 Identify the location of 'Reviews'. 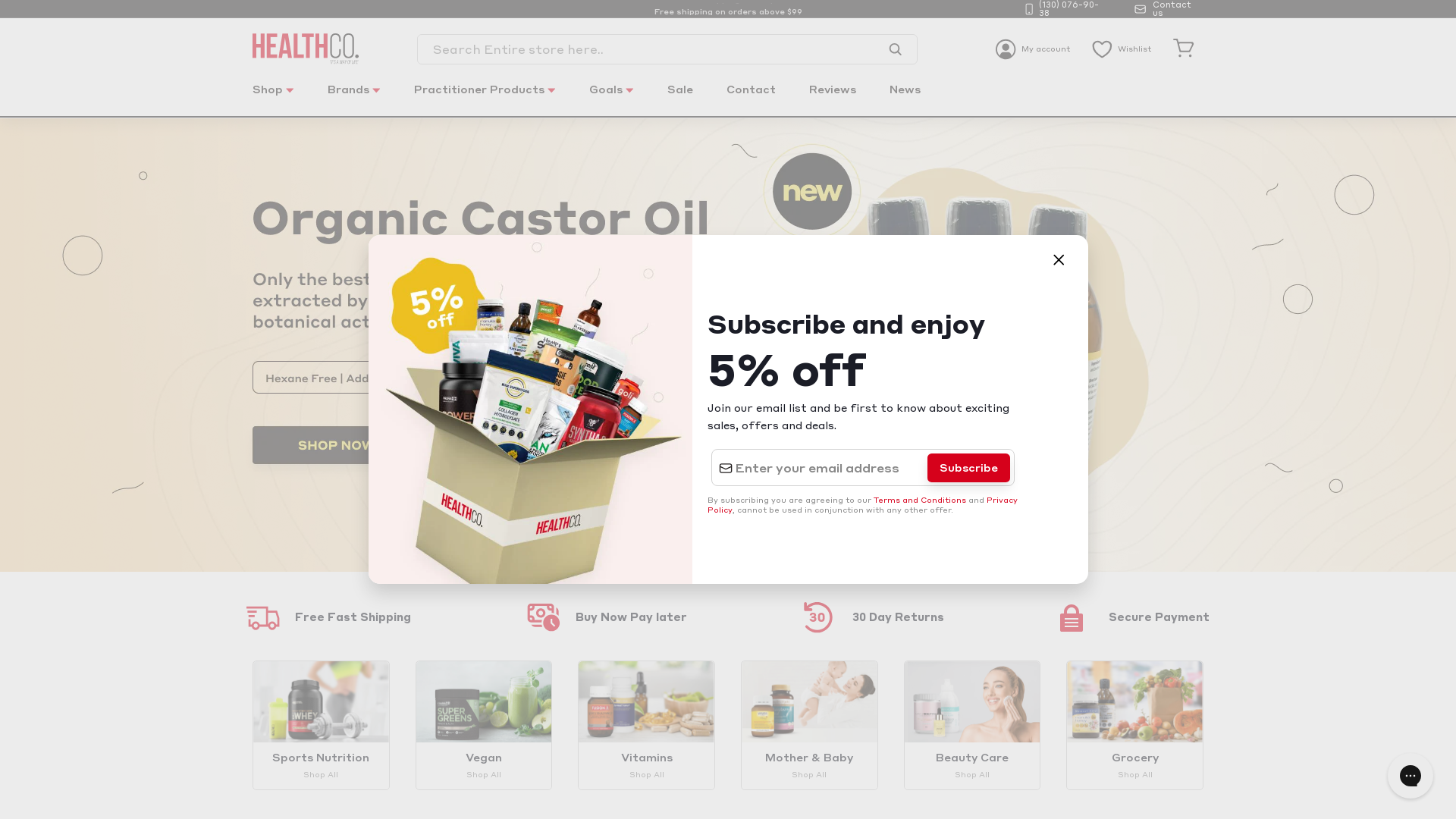
(832, 98).